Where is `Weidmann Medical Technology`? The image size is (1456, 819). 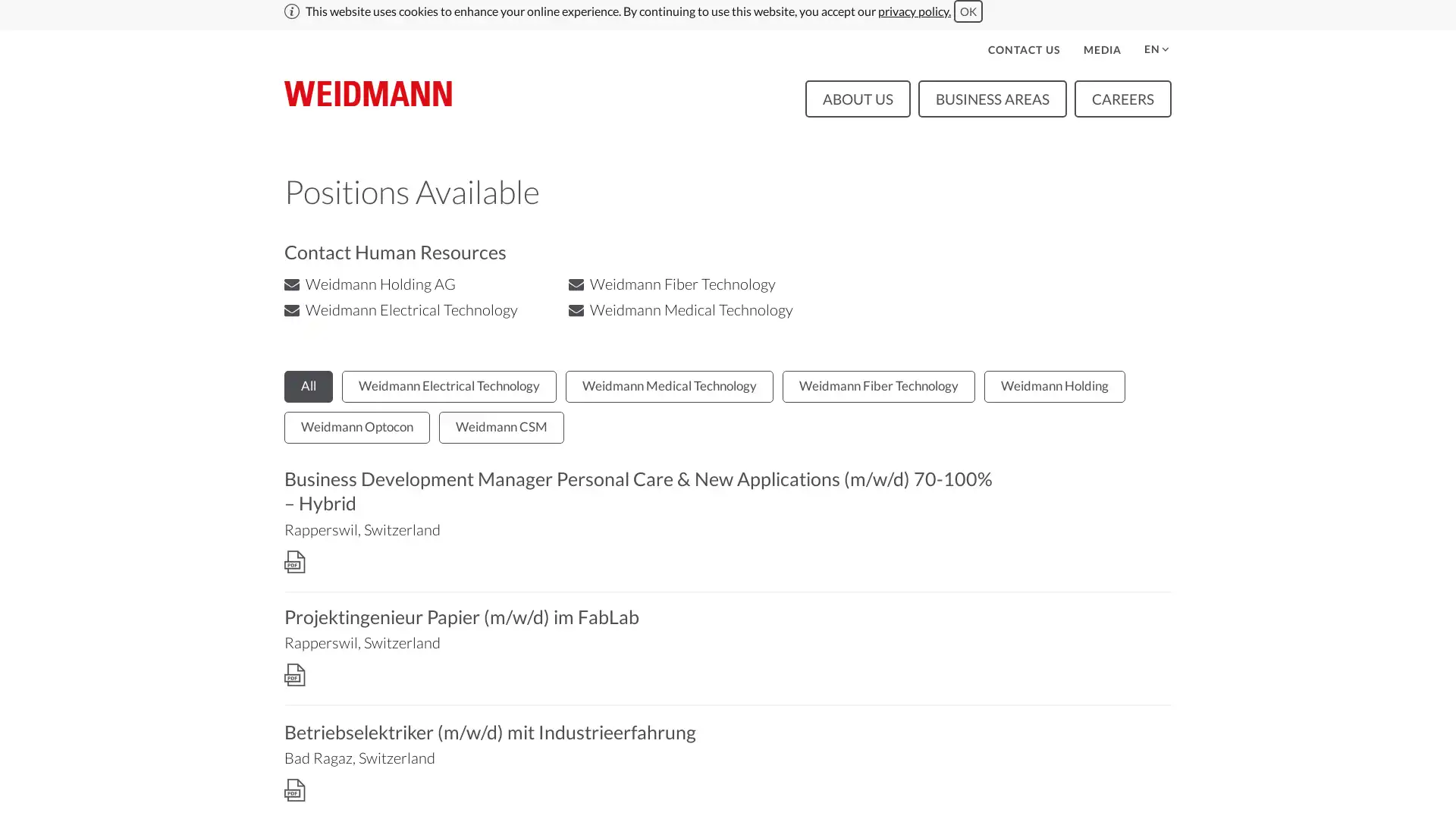
Weidmann Medical Technology is located at coordinates (669, 356).